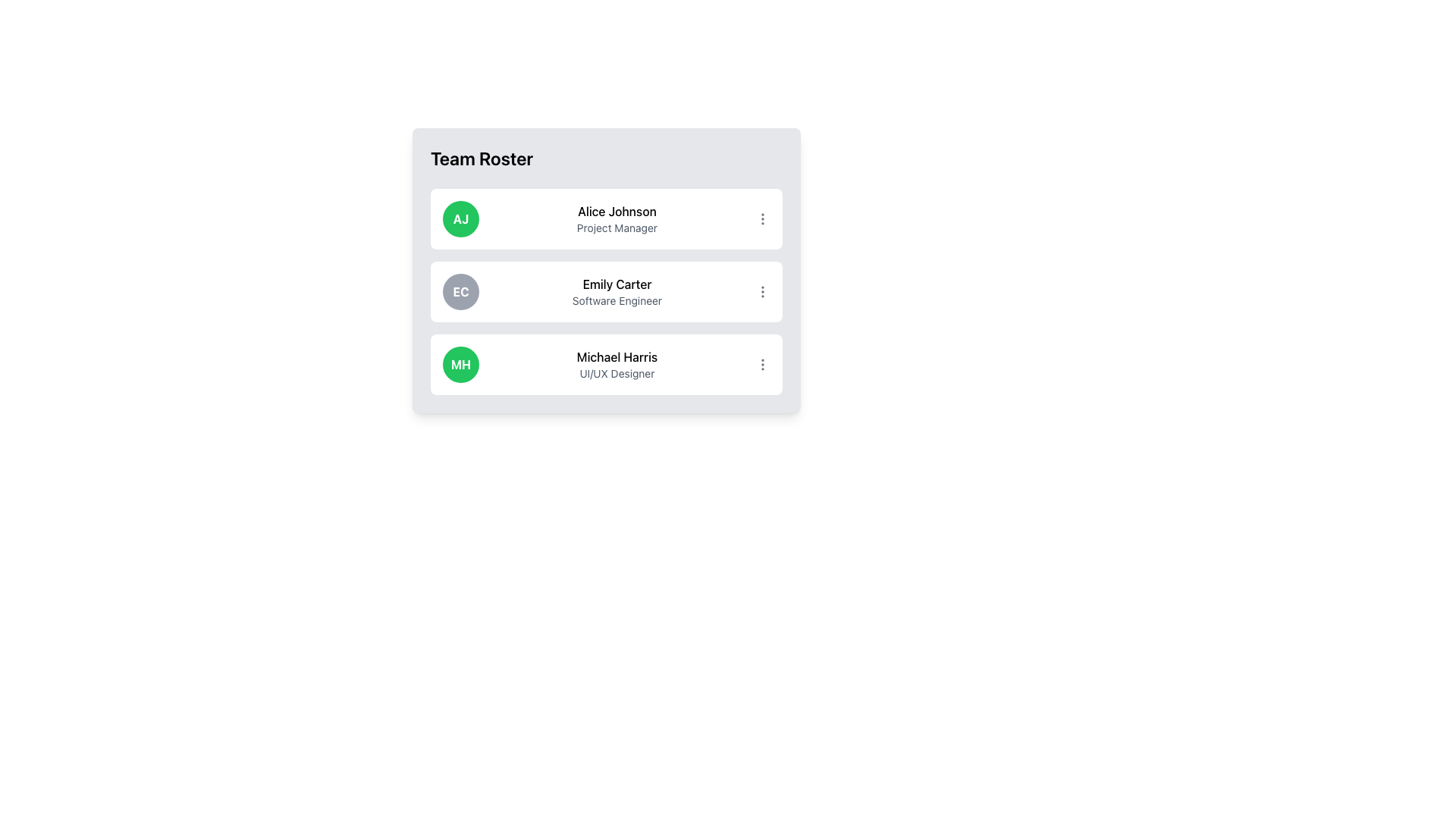 This screenshot has height=819, width=1456. What do you see at coordinates (607, 365) in the screenshot?
I see `the Profile card for 'Michael Harris', which features a circular green icon with the initials 'MH', bold text 'Michael Harris', and smaller text 'UI/UX Designer'. This card is the third in a vertical list within a team roster interface` at bounding box center [607, 365].